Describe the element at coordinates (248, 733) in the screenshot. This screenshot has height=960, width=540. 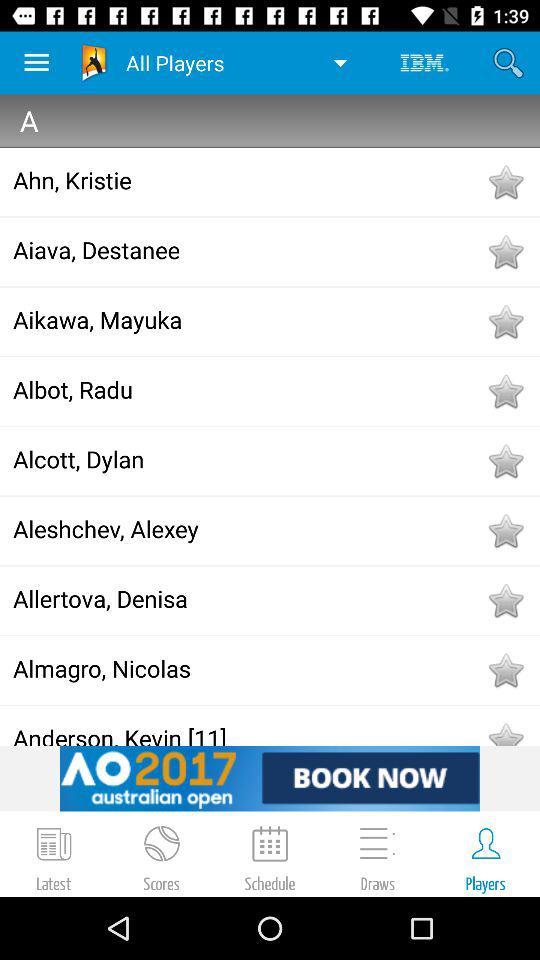
I see `anderson, kevin [11]` at that location.